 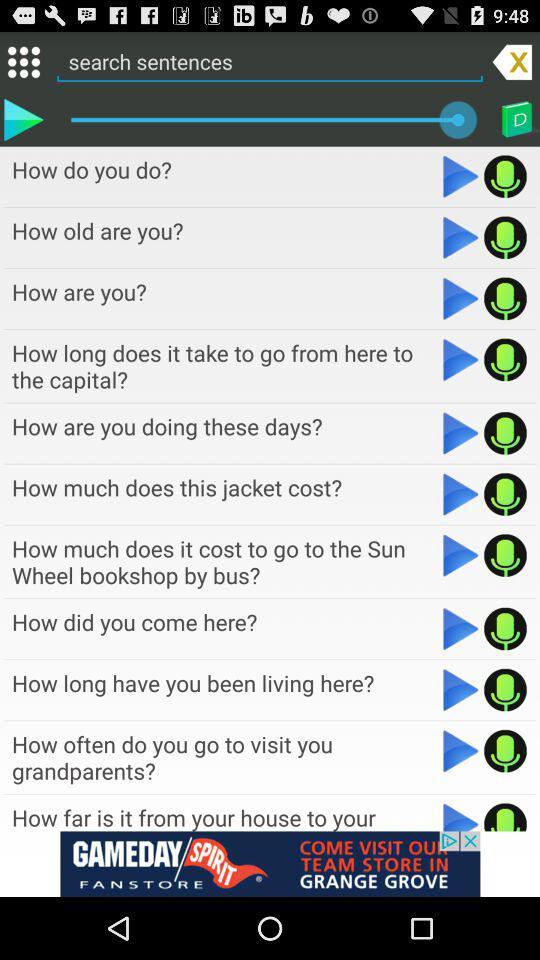 I want to click on this sentence, so click(x=461, y=816).